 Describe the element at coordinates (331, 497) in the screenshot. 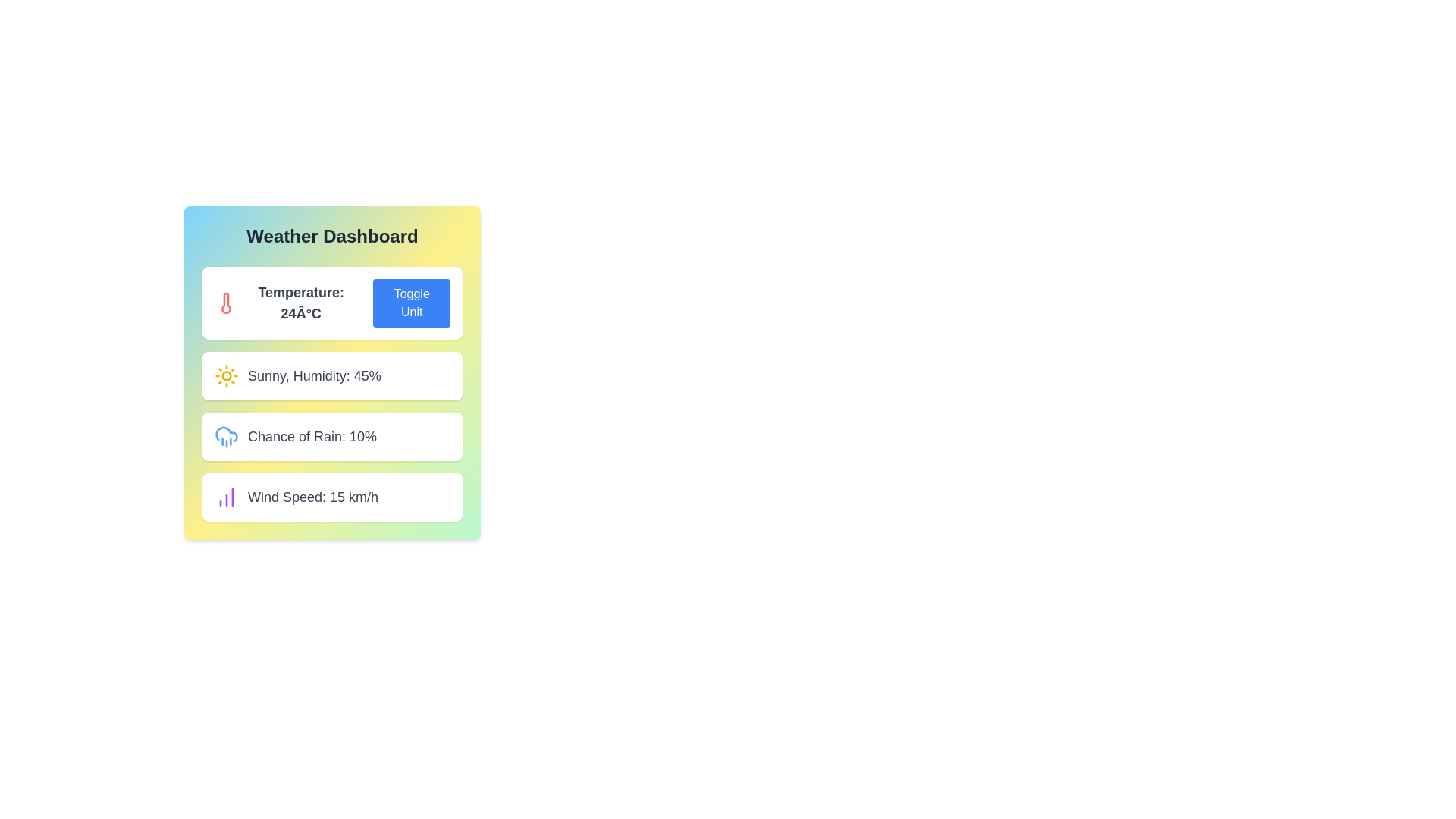

I see `the informational panel displaying wind speed, which has a white background, rounded corners, and contains an icon of purple vertical bars indicating a chart, positioned at the bottom of the weather information list` at that location.